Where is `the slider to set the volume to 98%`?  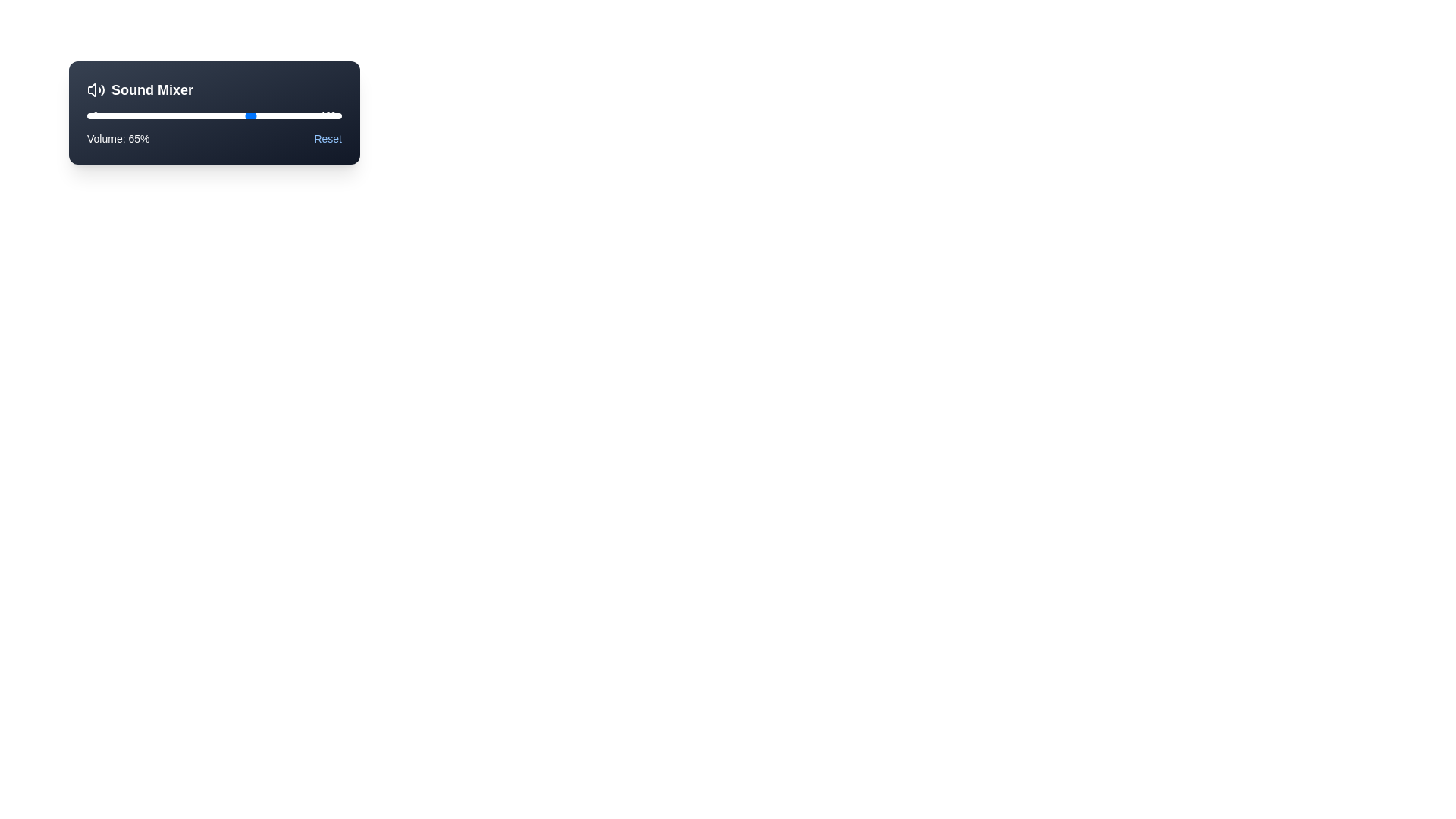
the slider to set the volume to 98% is located at coordinates (336, 115).